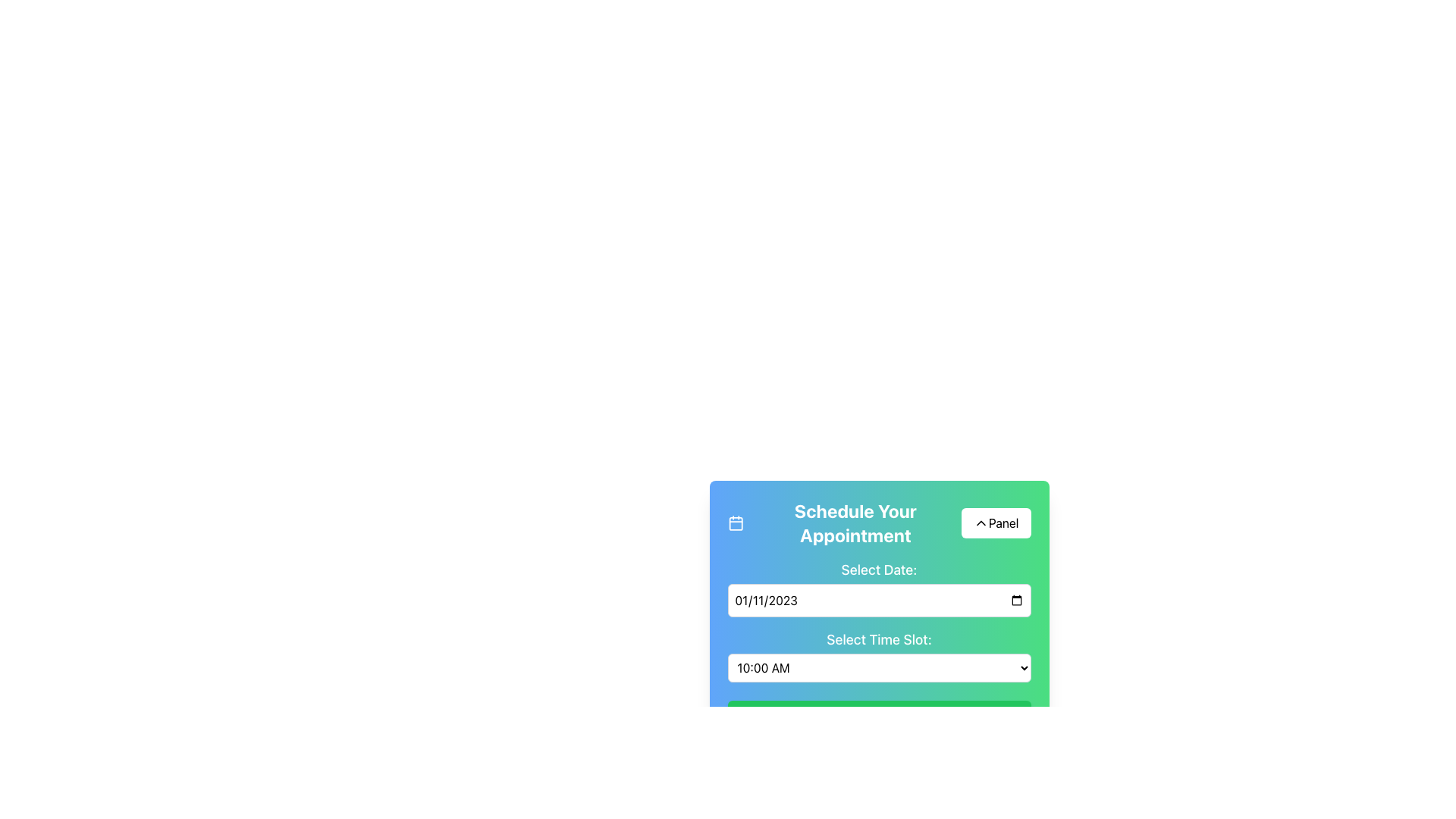 The width and height of the screenshot is (1456, 819). What do you see at coordinates (736, 522) in the screenshot?
I see `the small calendar icon located to the left of the text 'Schedule Your Appointment', which features a rectangular shape with rounded corners and two vertical lines at the top` at bounding box center [736, 522].